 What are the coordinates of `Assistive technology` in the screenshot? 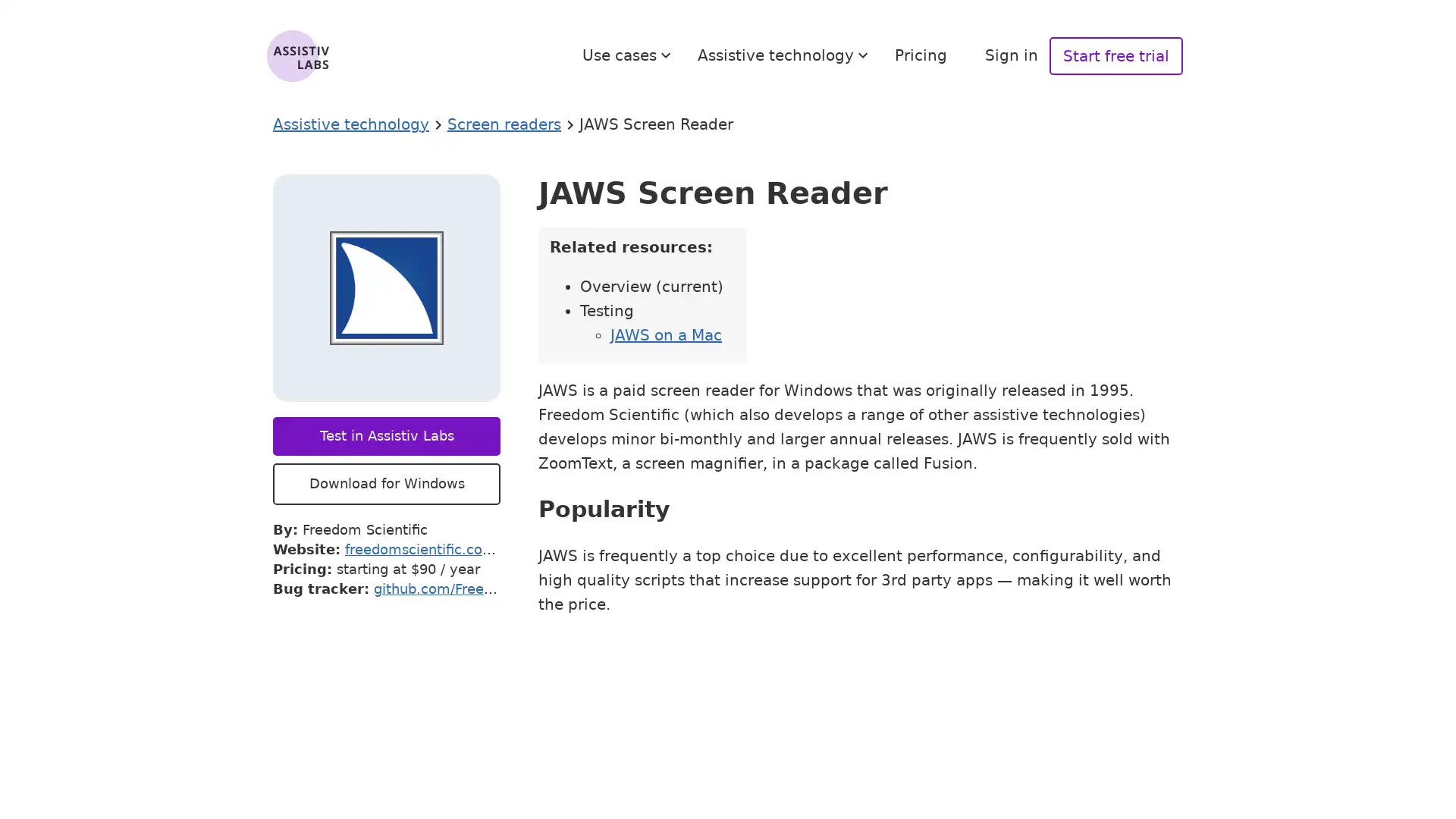 It's located at (785, 55).